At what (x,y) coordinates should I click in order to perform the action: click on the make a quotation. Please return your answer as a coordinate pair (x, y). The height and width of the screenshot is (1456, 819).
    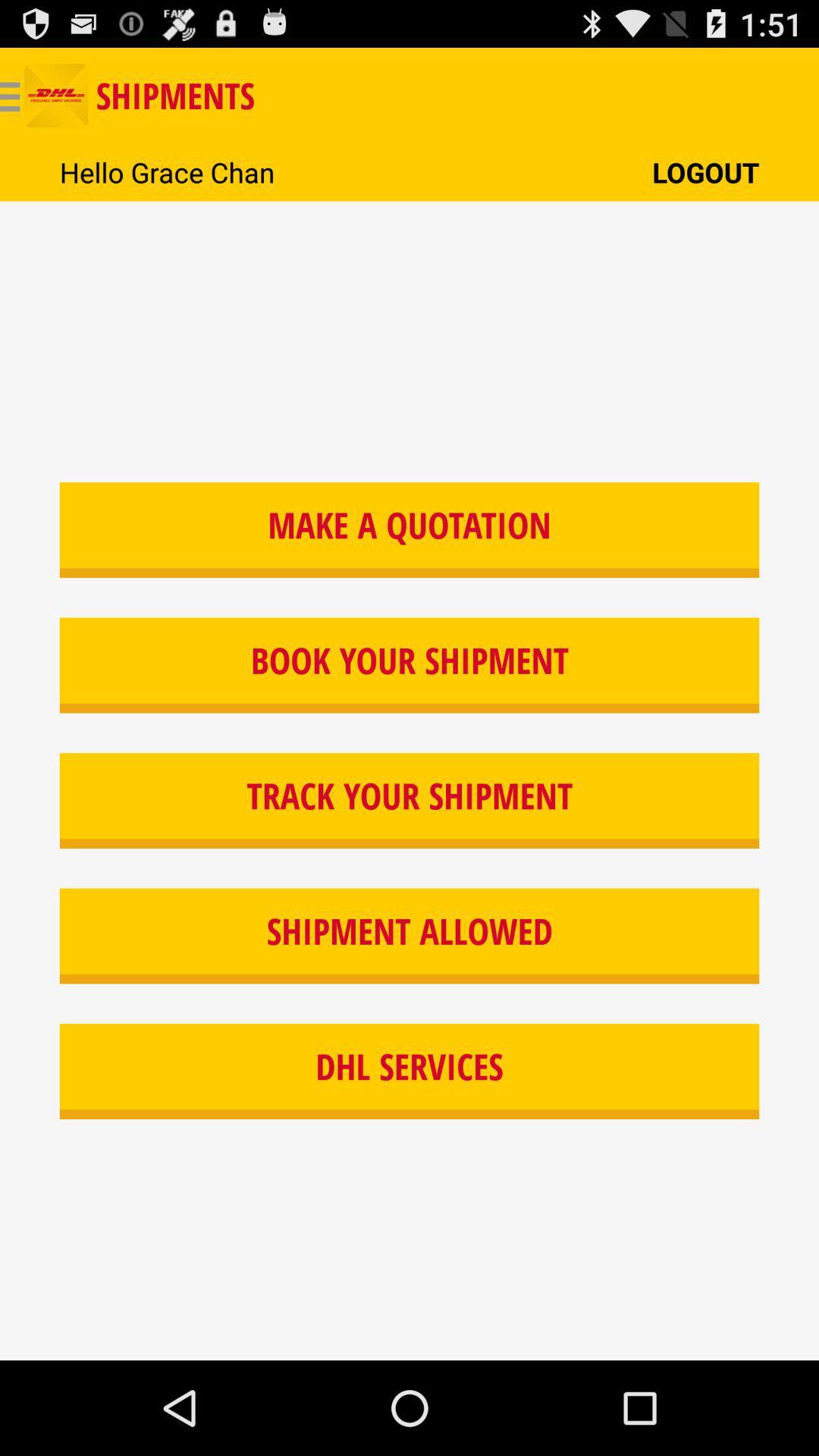
    Looking at the image, I should click on (409, 530).